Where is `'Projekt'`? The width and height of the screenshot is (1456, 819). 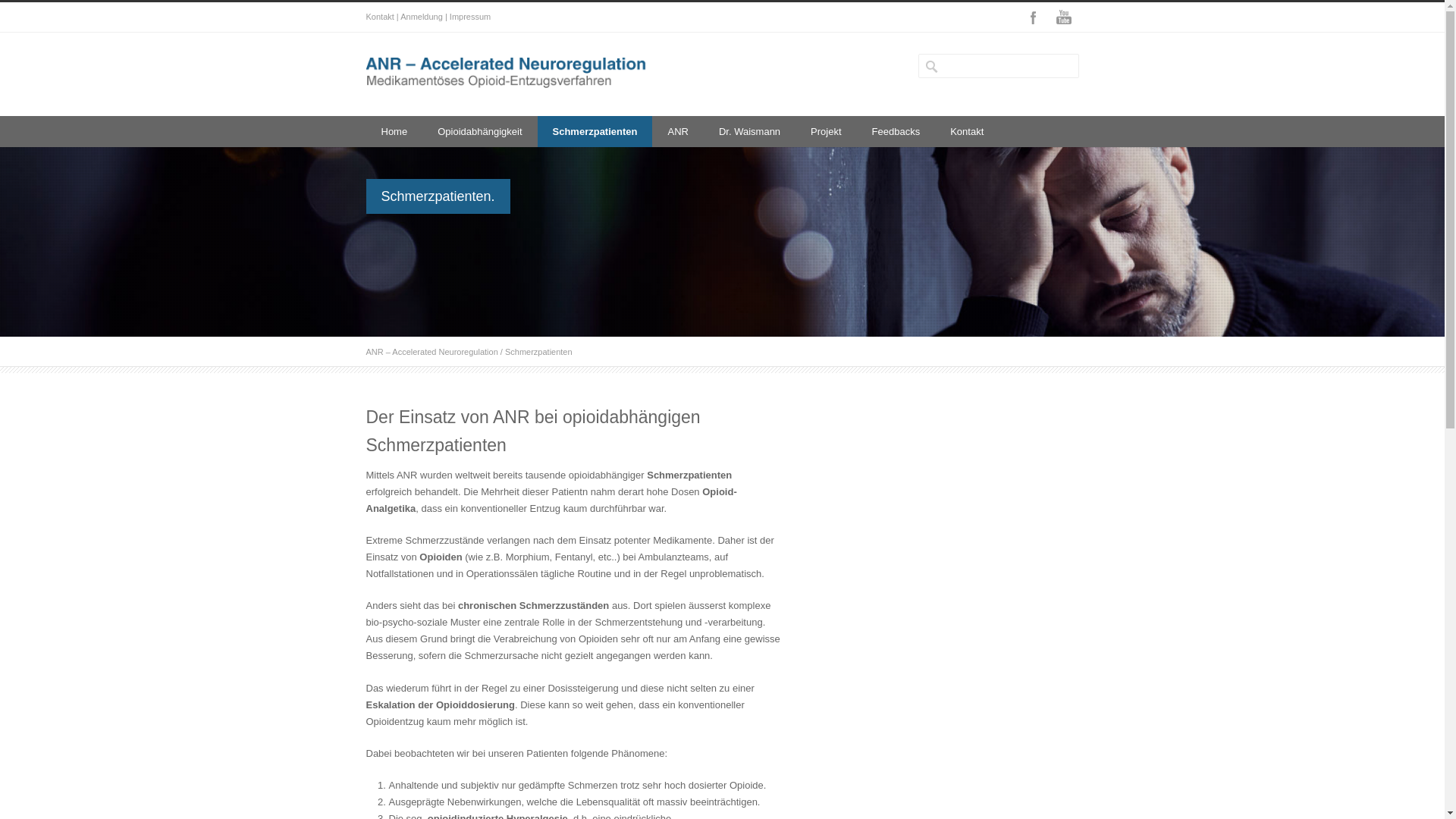 'Projekt' is located at coordinates (825, 130).